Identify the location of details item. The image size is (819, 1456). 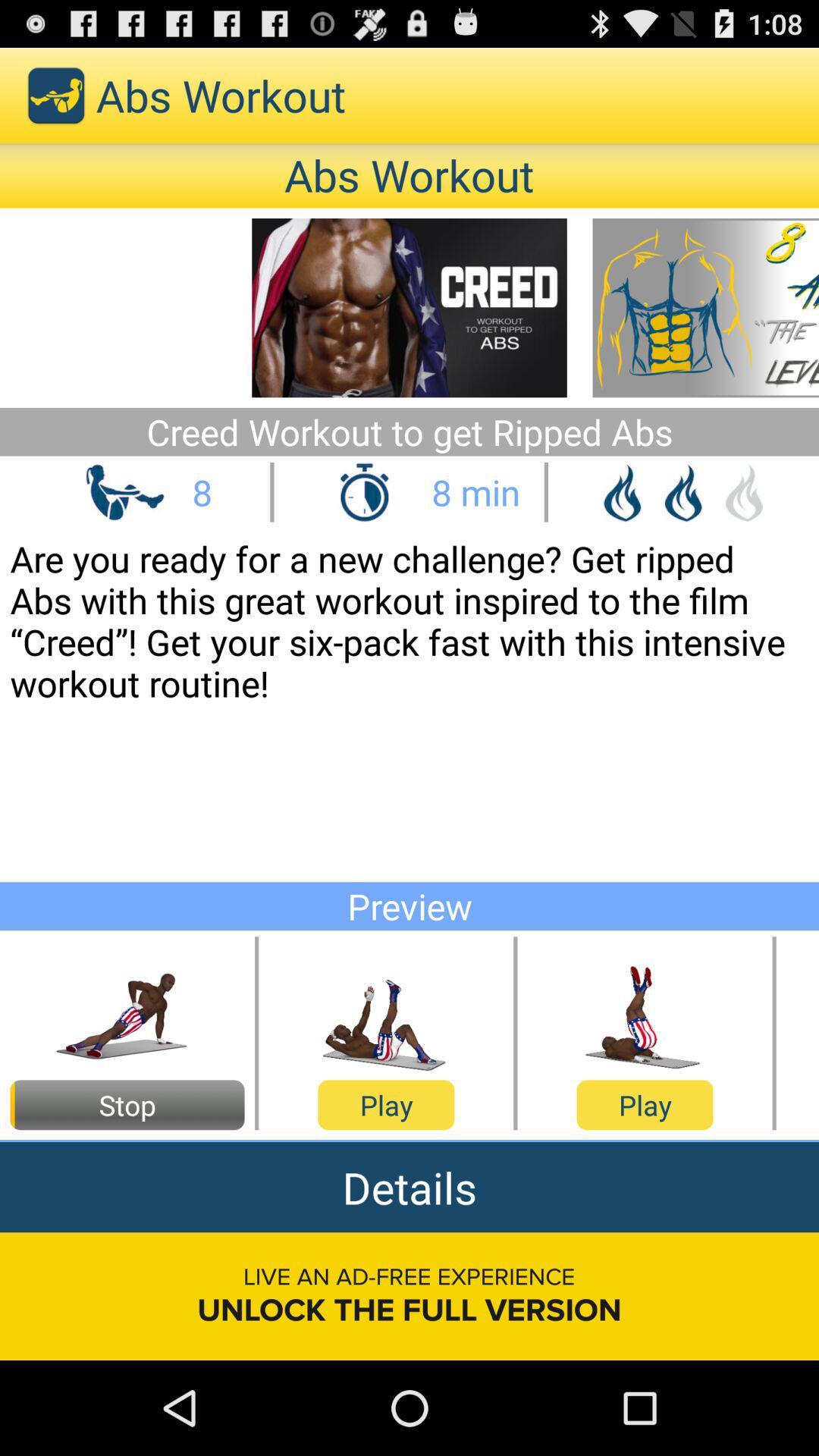
(409, 1186).